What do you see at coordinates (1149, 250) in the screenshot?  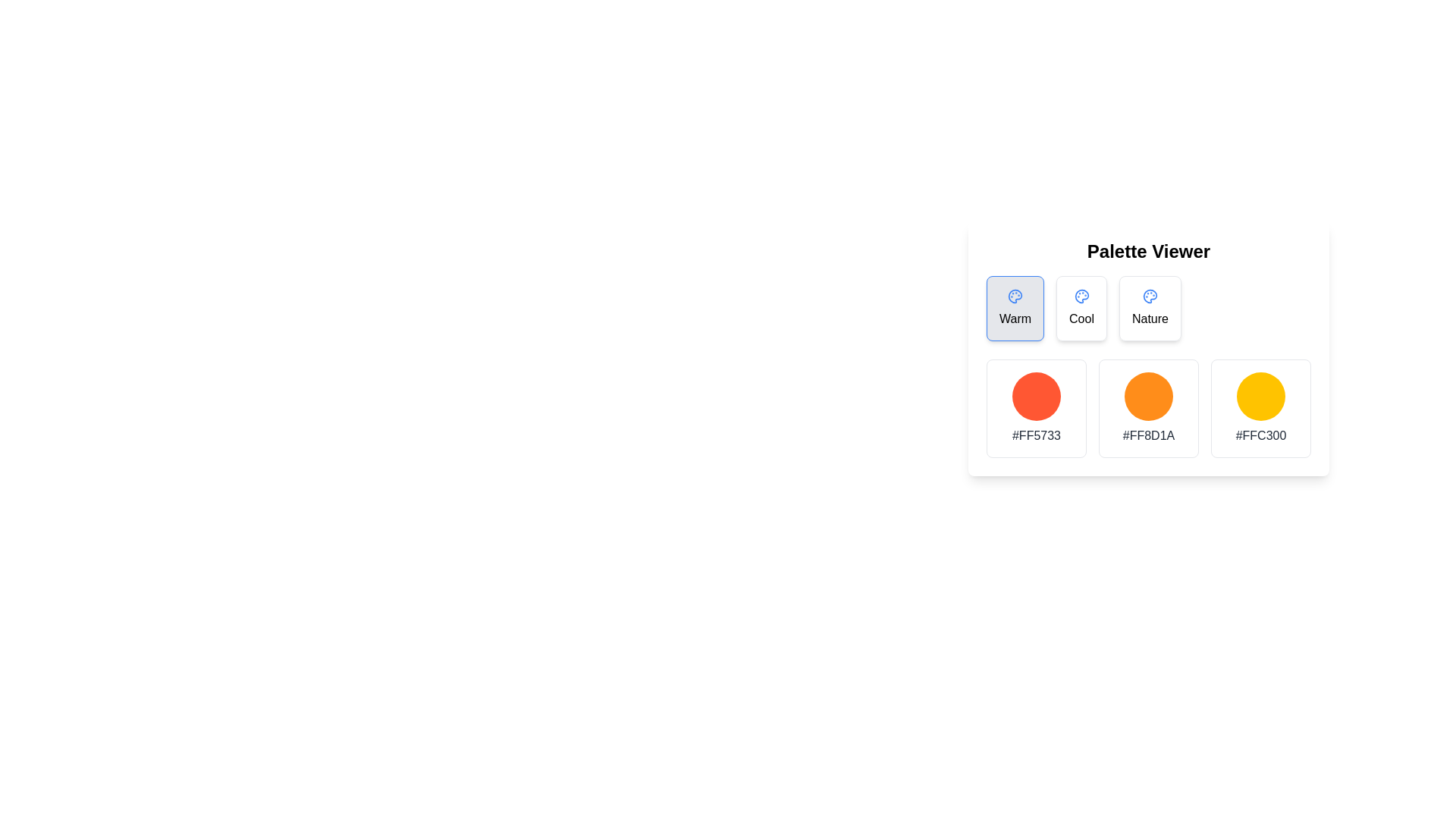 I see `text label heading at the center of the color palette viewer panel, which serves as the title to help users identify the functionality and content of this section` at bounding box center [1149, 250].